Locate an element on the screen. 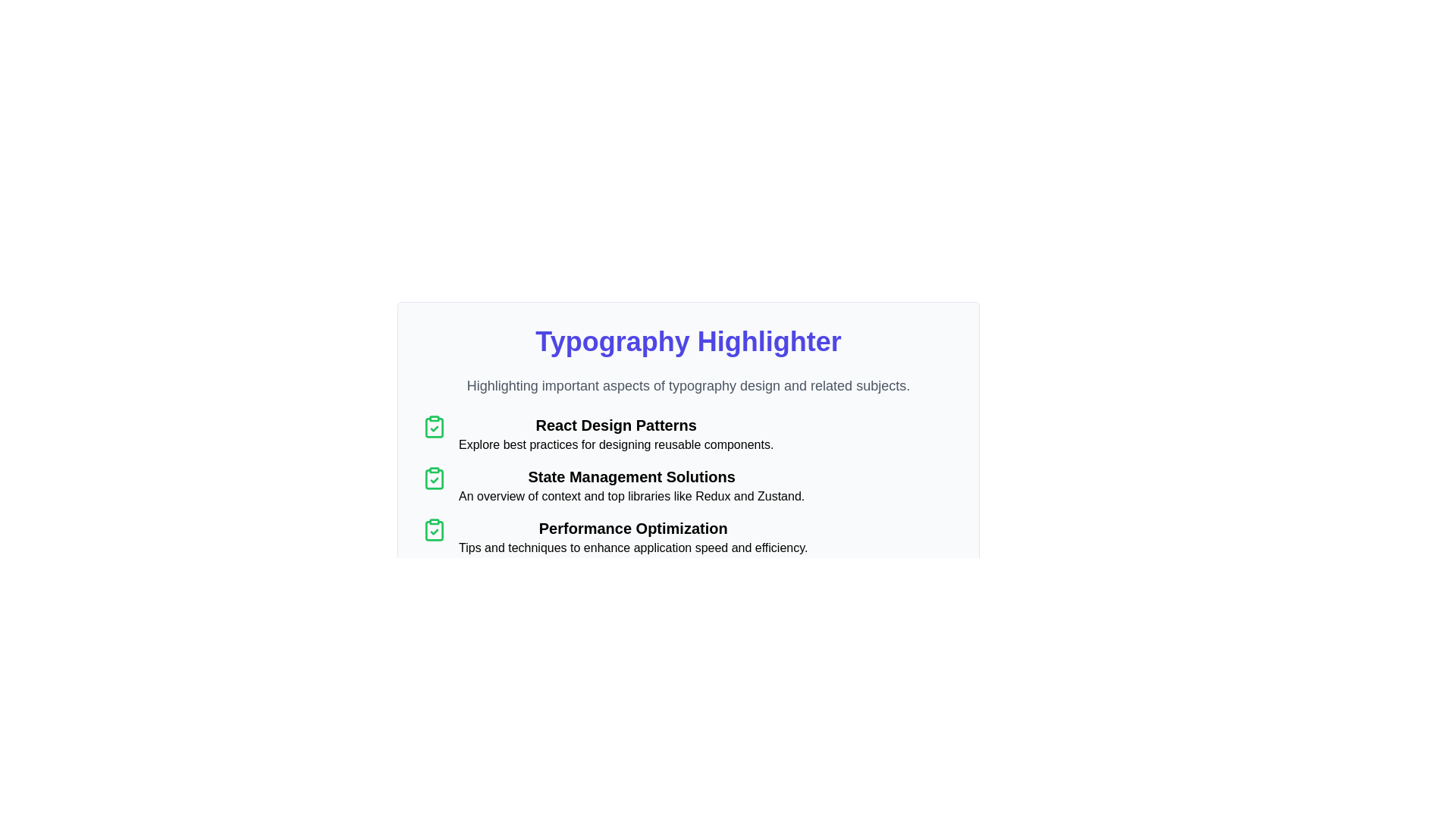 The width and height of the screenshot is (1456, 819). the green clipboard-shaped icon located to the left of the 'React Design Patterns' text is located at coordinates (433, 427).